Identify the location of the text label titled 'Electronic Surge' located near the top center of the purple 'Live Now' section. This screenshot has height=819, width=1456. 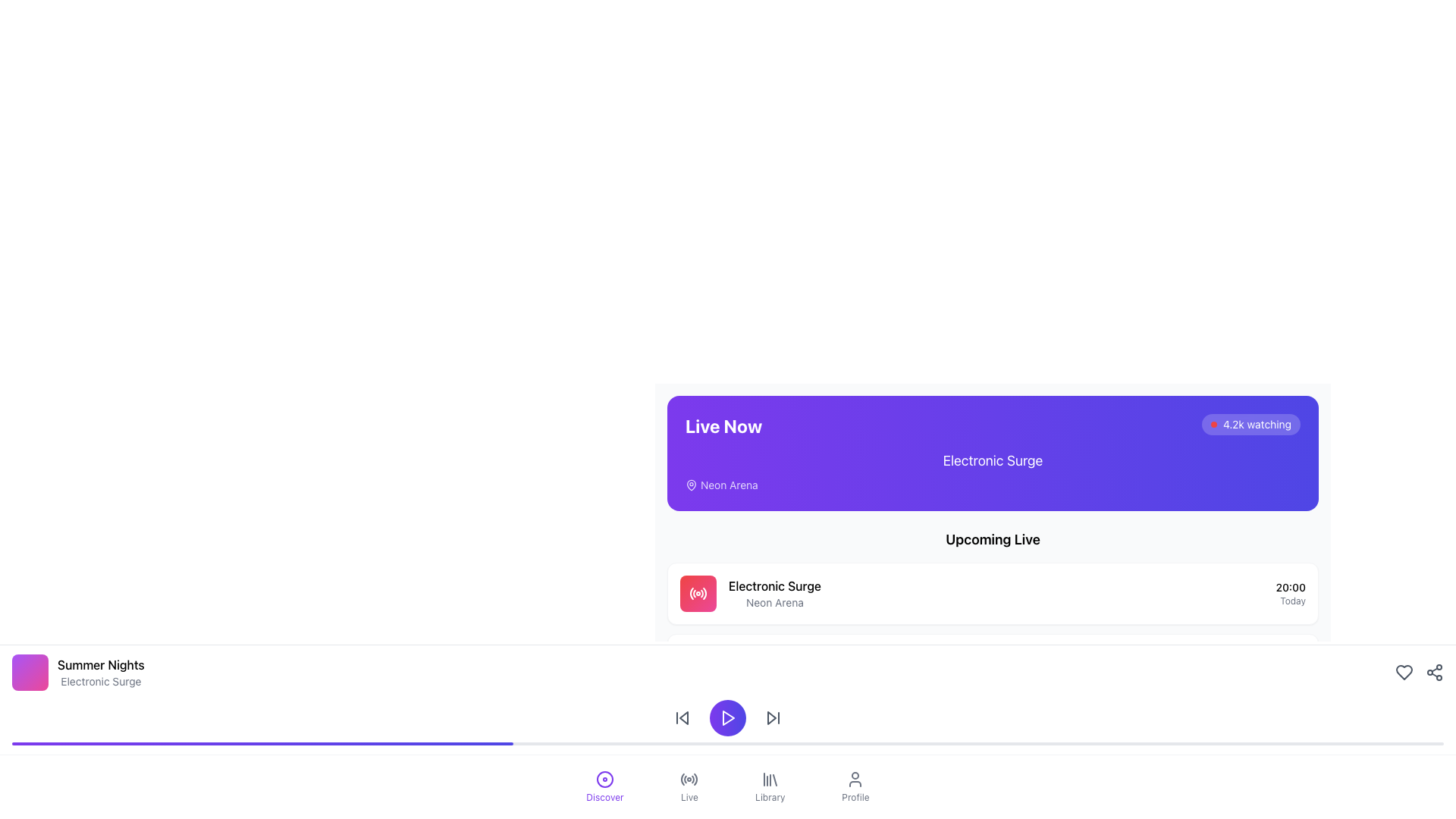
(993, 460).